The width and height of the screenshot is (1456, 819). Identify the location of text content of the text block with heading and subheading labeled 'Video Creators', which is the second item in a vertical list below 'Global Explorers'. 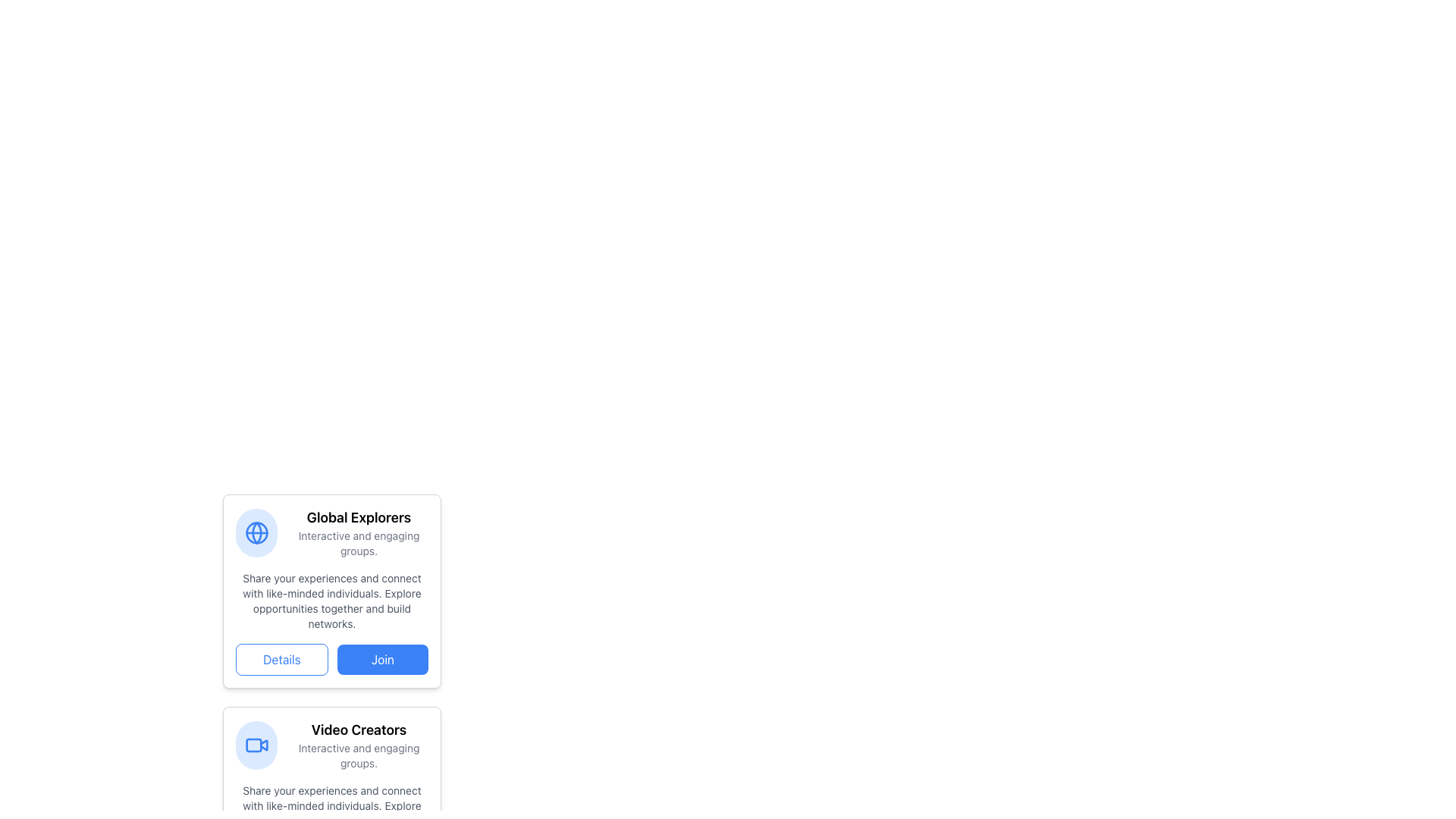
(358, 745).